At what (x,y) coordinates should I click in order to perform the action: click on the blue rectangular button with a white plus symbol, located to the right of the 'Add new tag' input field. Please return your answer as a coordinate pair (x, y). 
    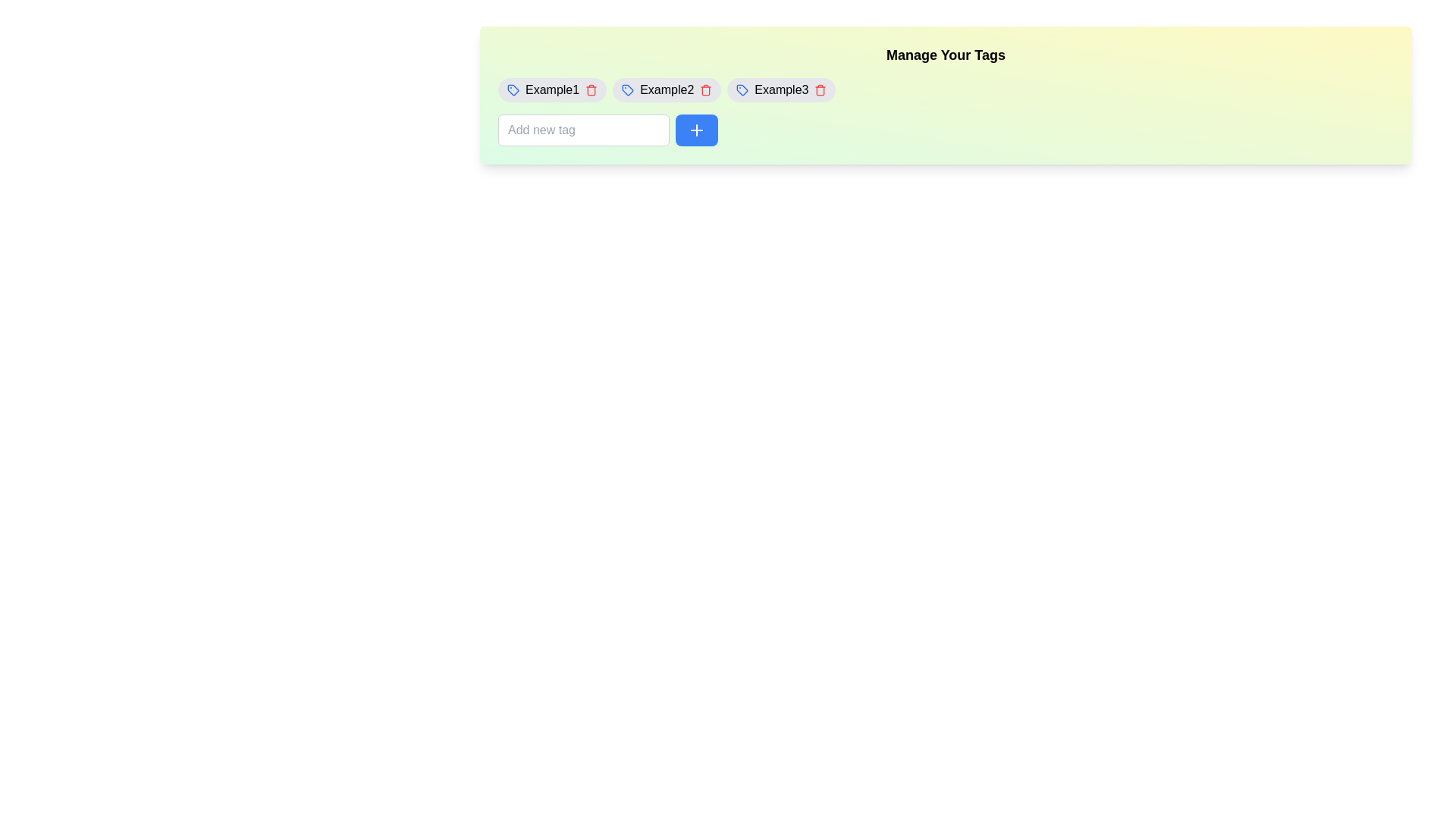
    Looking at the image, I should click on (695, 130).